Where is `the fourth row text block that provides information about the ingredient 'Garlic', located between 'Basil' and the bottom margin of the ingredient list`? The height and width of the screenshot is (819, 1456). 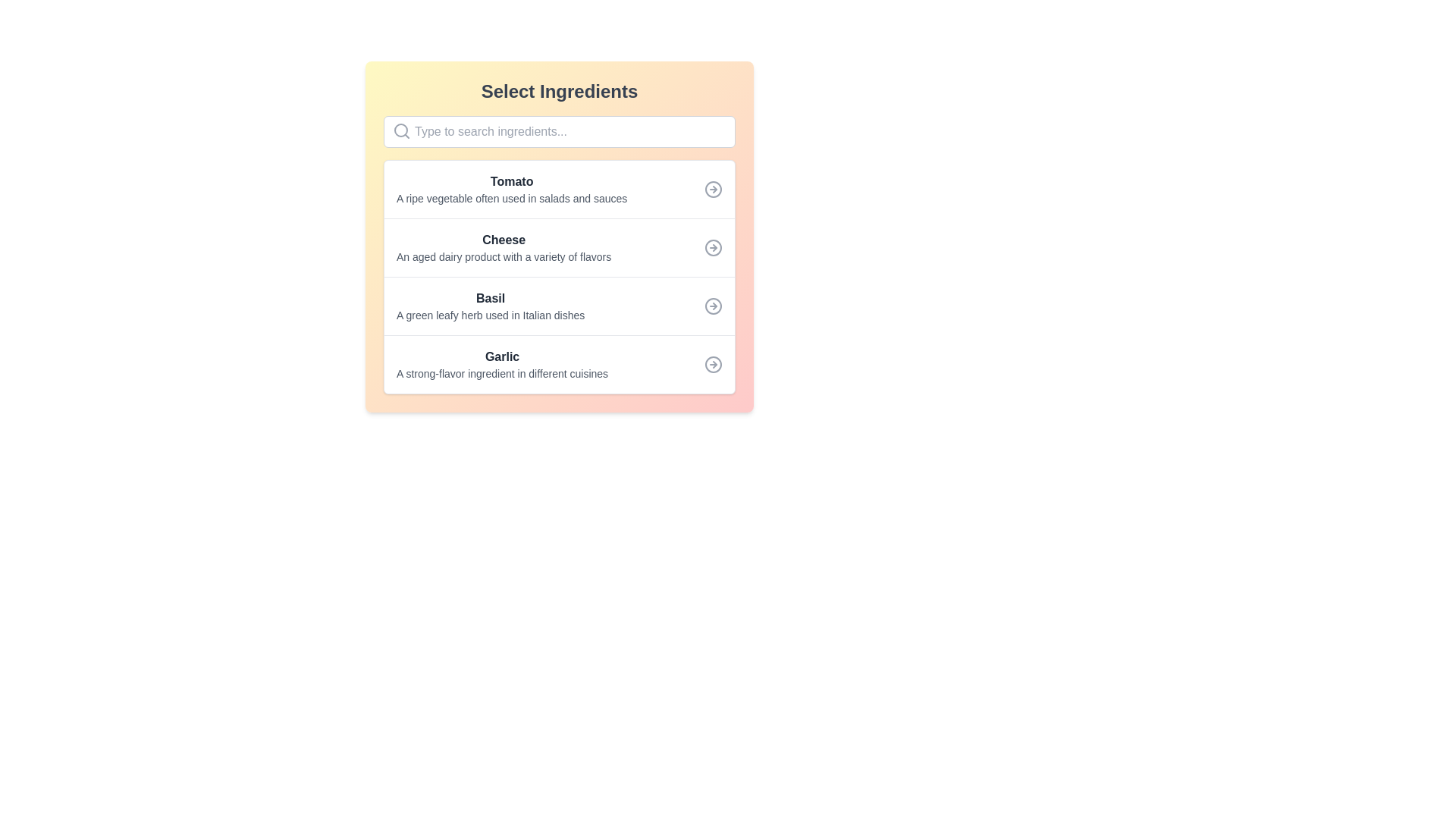 the fourth row text block that provides information about the ingredient 'Garlic', located between 'Basil' and the bottom margin of the ingredient list is located at coordinates (502, 365).